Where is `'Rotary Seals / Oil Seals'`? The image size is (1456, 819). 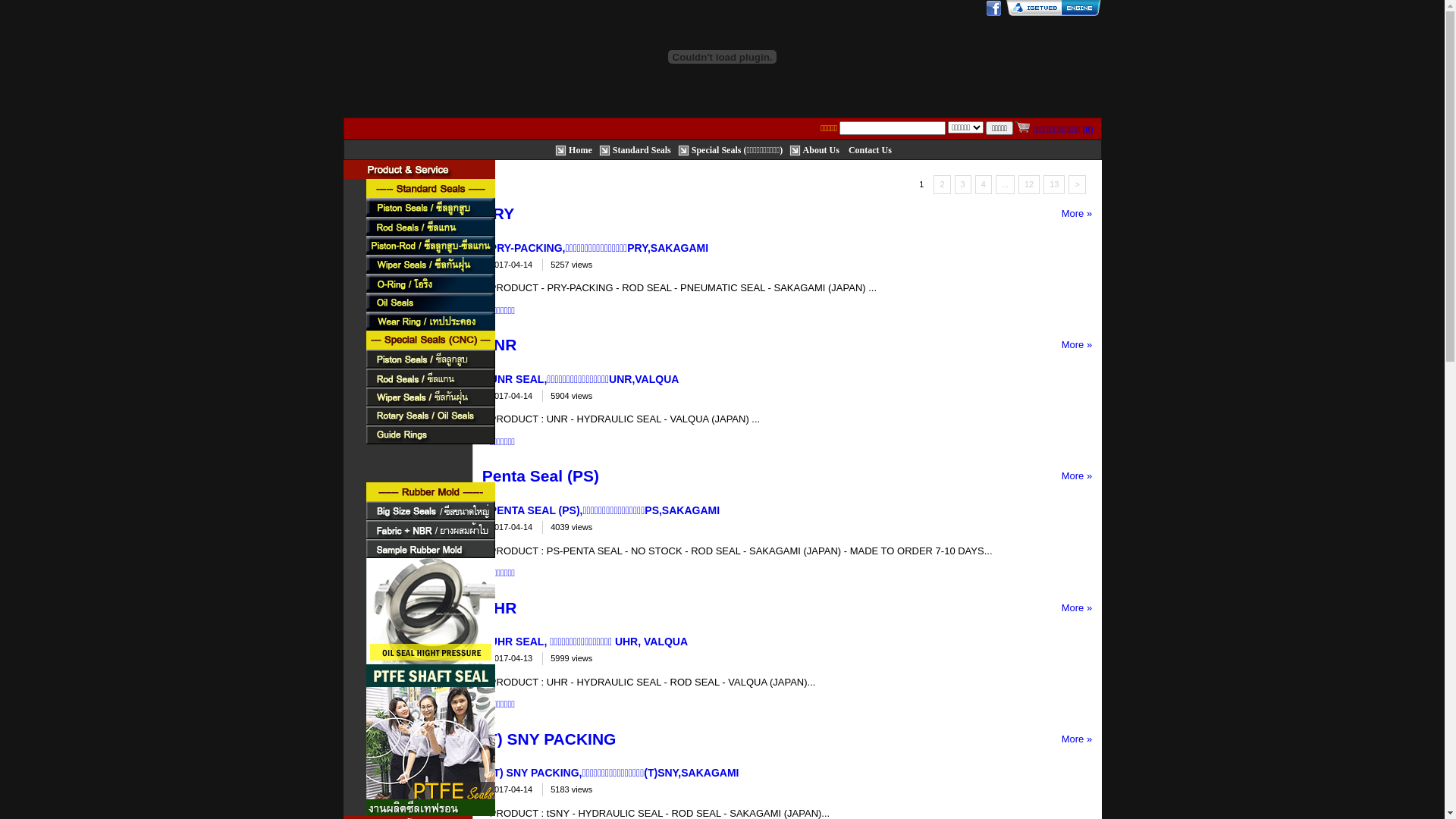 'Rotary Seals / Oil Seals' is located at coordinates (428, 416).